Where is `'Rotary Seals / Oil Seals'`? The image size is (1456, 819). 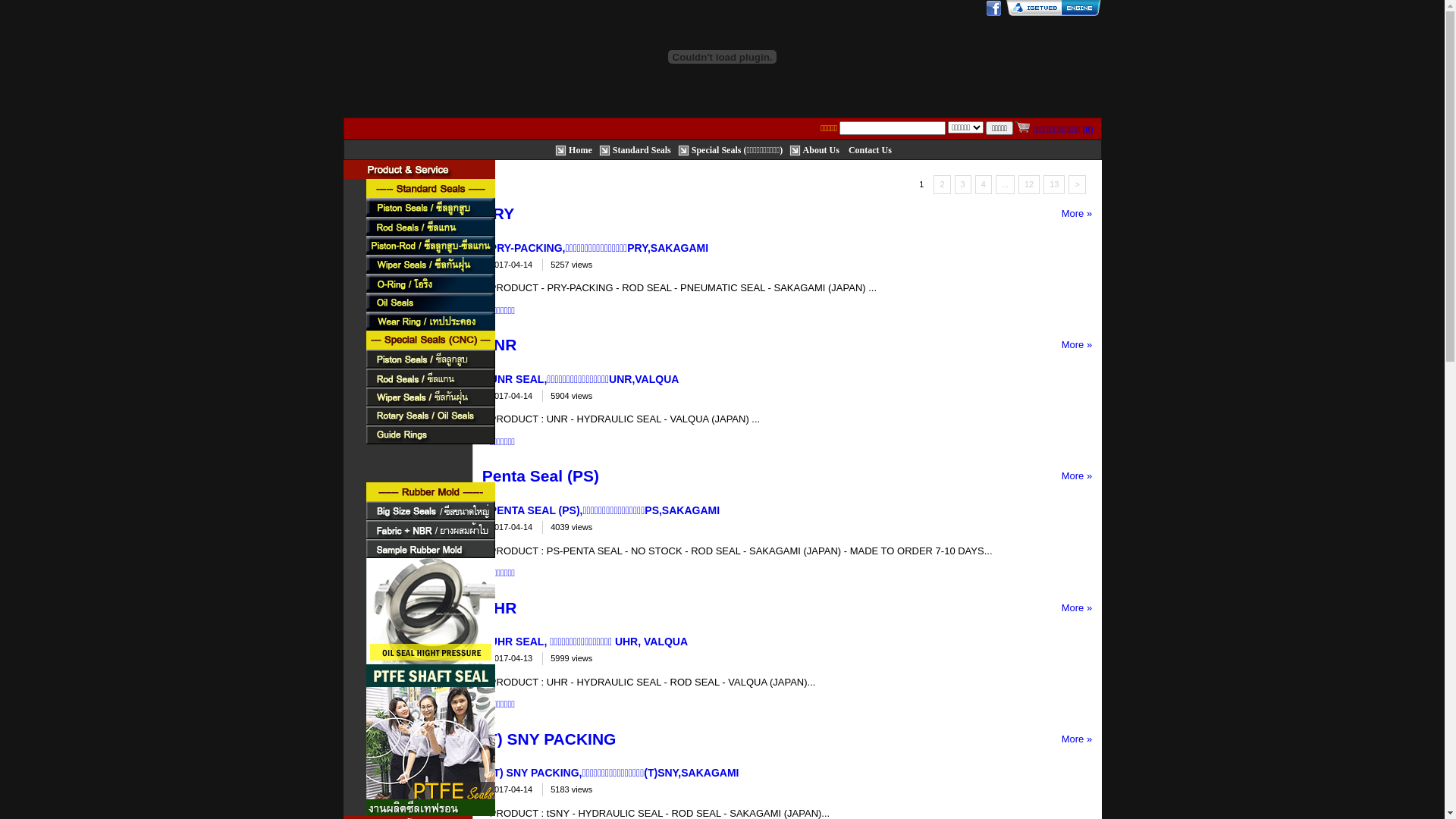 'Rotary Seals / Oil Seals' is located at coordinates (428, 416).